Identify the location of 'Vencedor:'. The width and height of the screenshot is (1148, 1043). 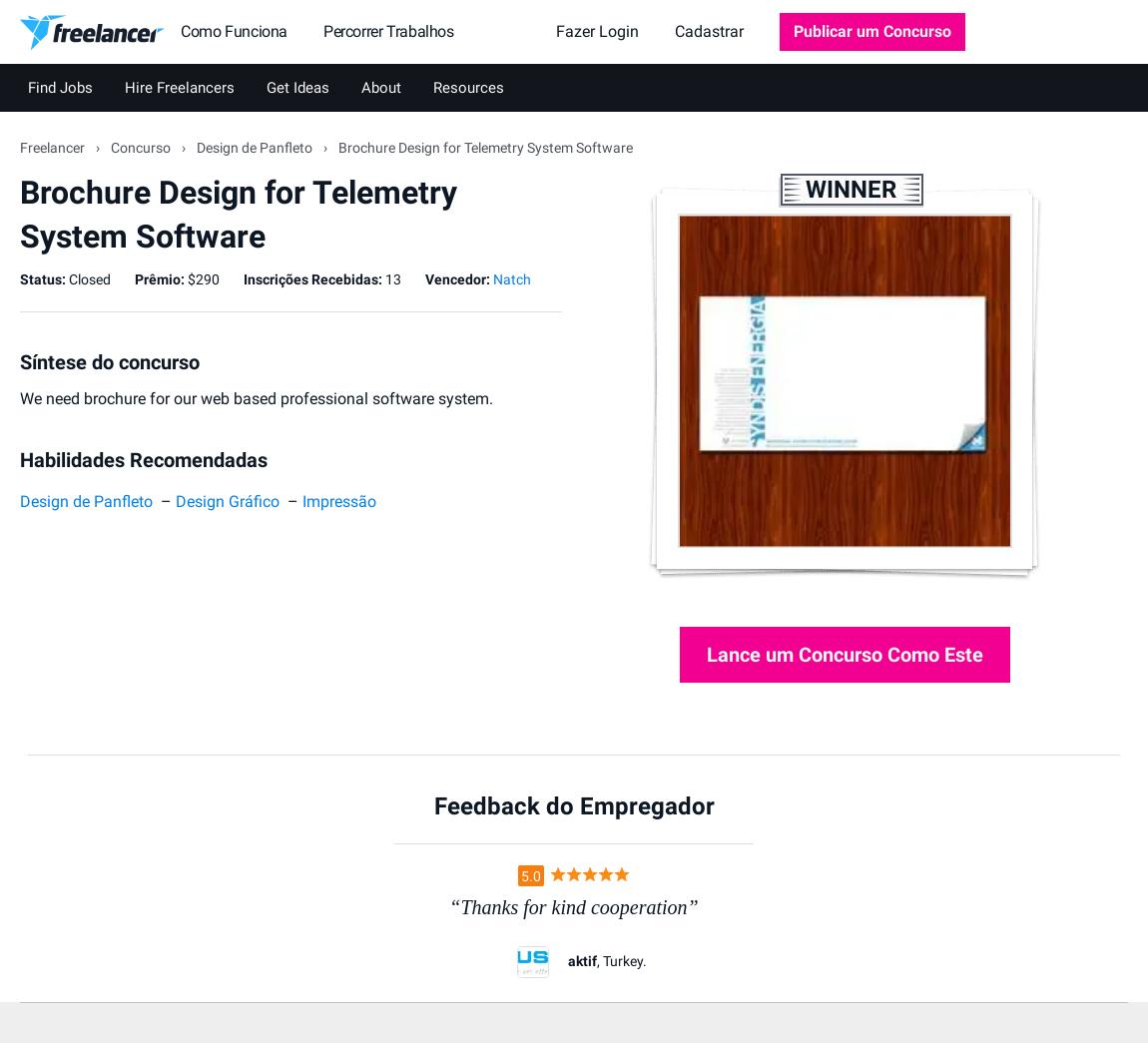
(457, 277).